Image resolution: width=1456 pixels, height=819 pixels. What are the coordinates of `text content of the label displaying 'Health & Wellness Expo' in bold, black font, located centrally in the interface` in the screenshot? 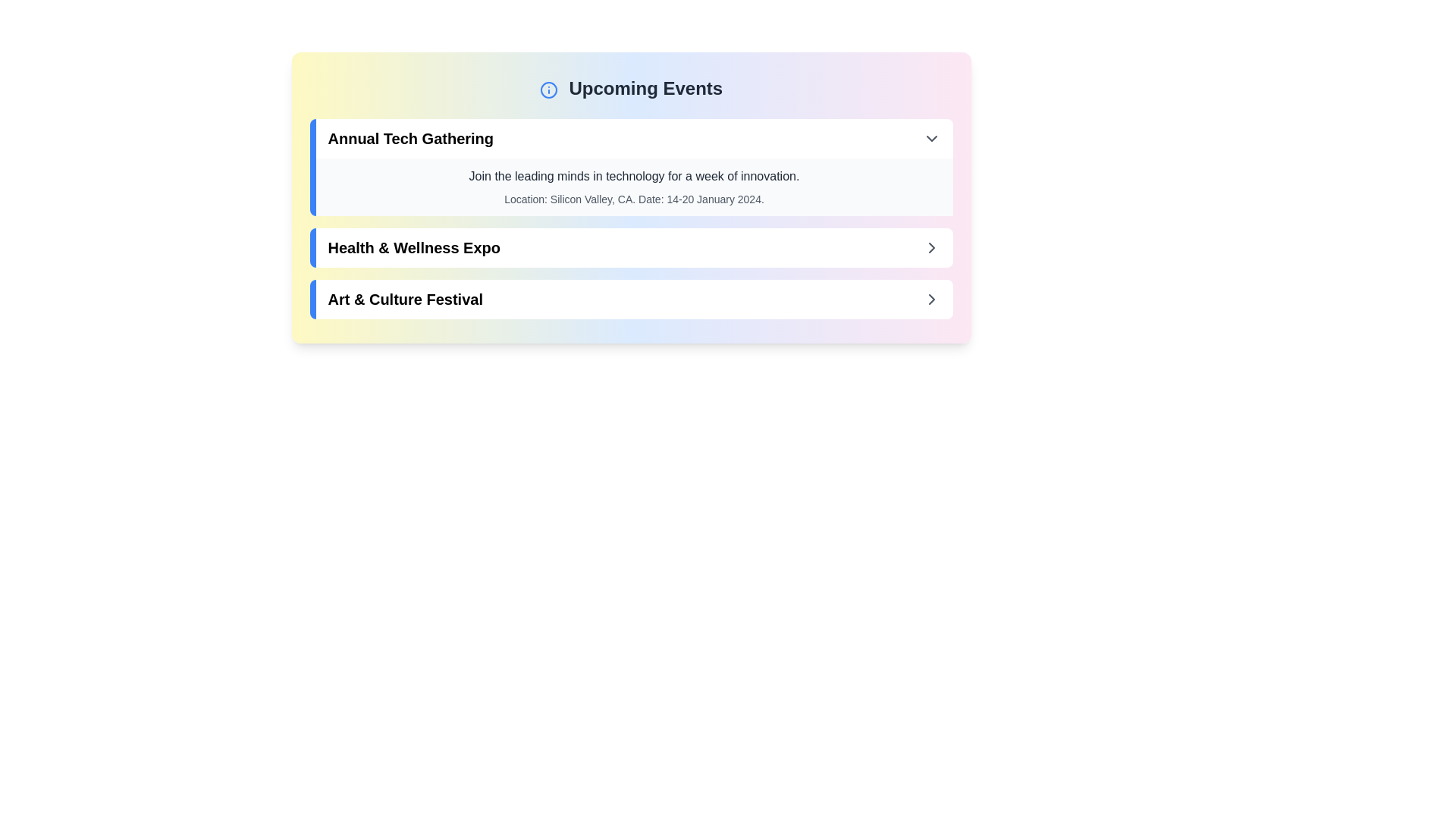 It's located at (414, 247).